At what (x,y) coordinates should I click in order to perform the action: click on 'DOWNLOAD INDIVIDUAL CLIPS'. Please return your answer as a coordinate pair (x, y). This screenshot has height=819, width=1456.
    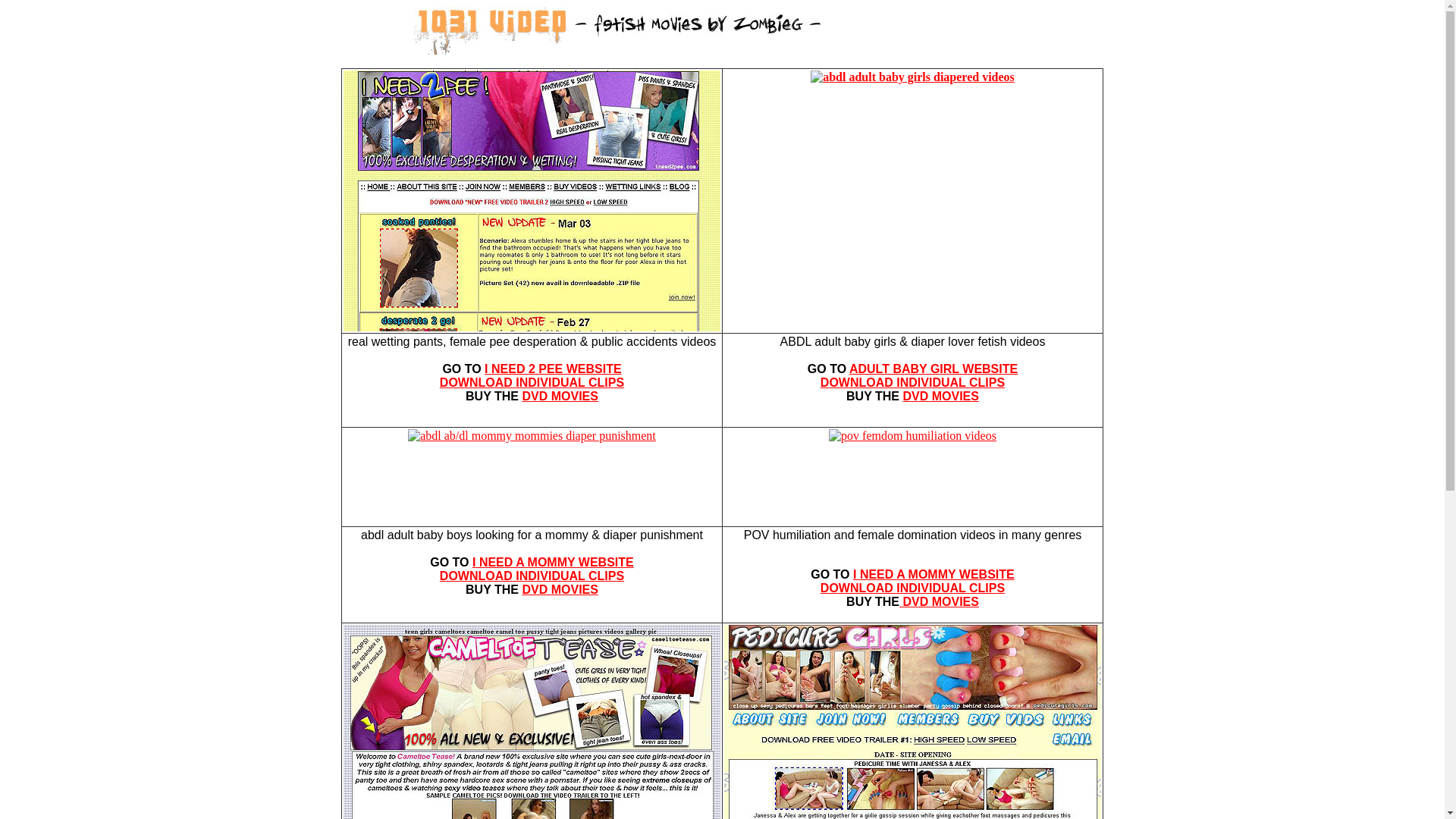
    Looking at the image, I should click on (532, 576).